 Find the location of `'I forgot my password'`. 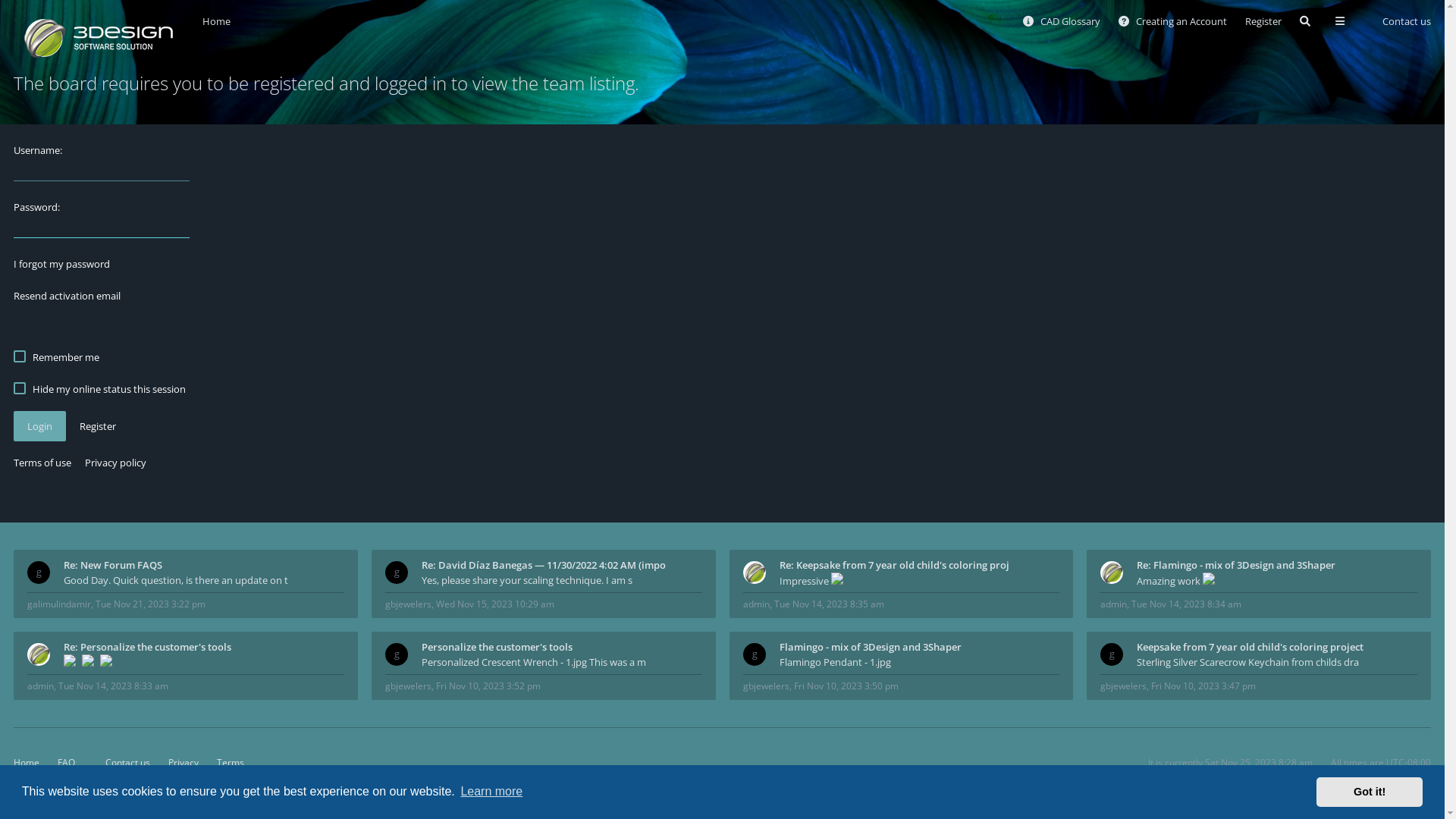

'I forgot my password' is located at coordinates (61, 262).